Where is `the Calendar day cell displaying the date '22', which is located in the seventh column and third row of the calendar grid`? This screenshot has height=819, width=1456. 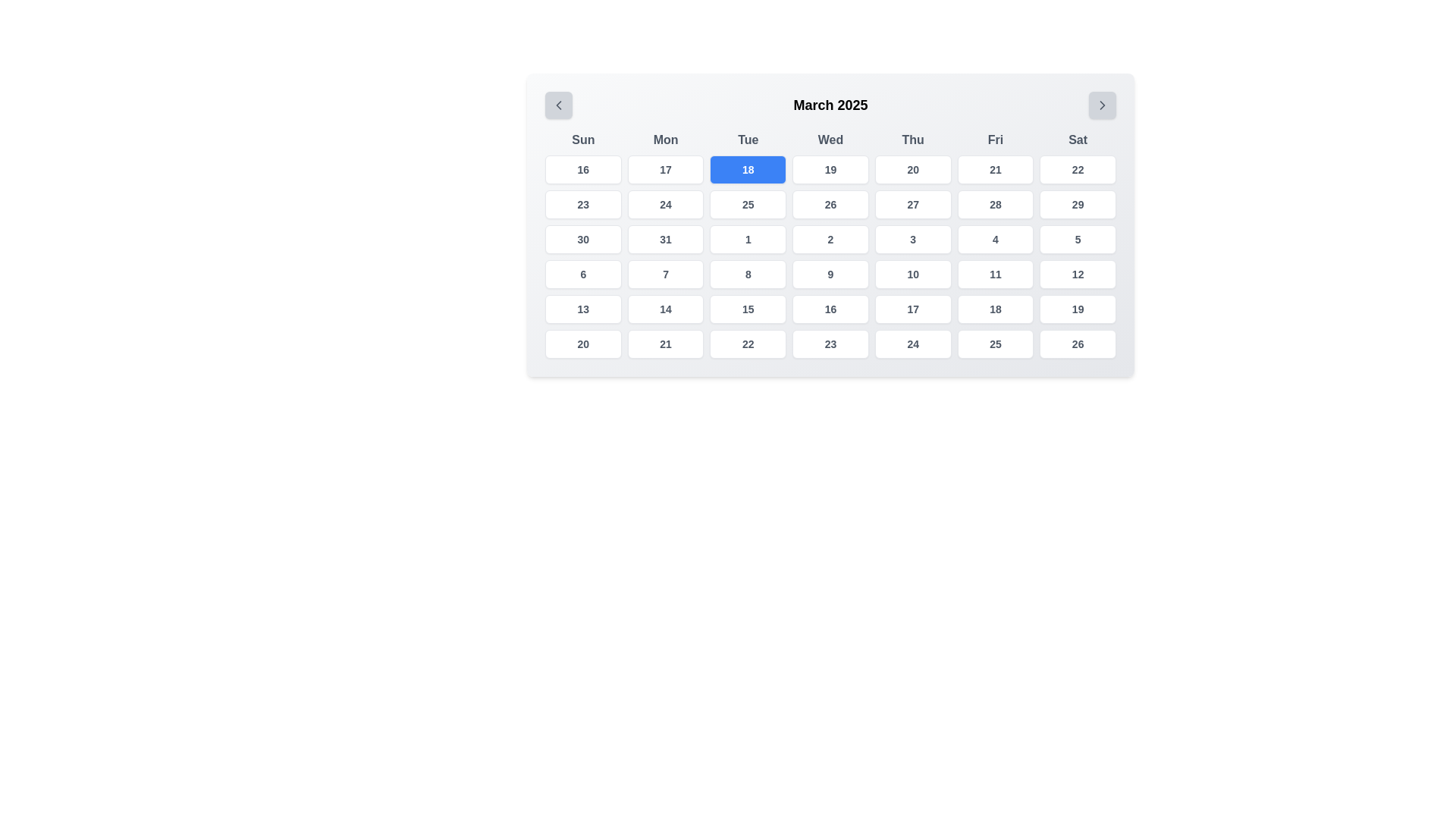
the Calendar day cell displaying the date '22', which is located in the seventh column and third row of the calendar grid is located at coordinates (1077, 169).